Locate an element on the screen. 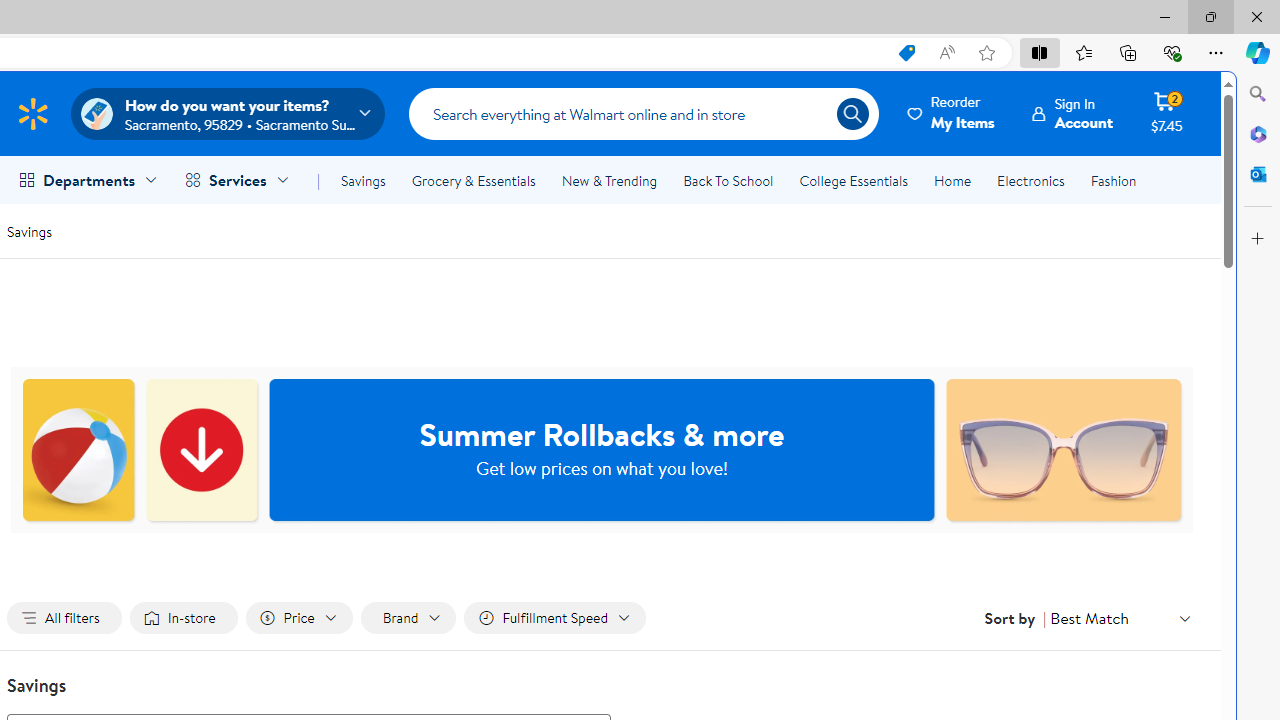 This screenshot has width=1280, height=720. 'Home' is located at coordinates (951, 181).